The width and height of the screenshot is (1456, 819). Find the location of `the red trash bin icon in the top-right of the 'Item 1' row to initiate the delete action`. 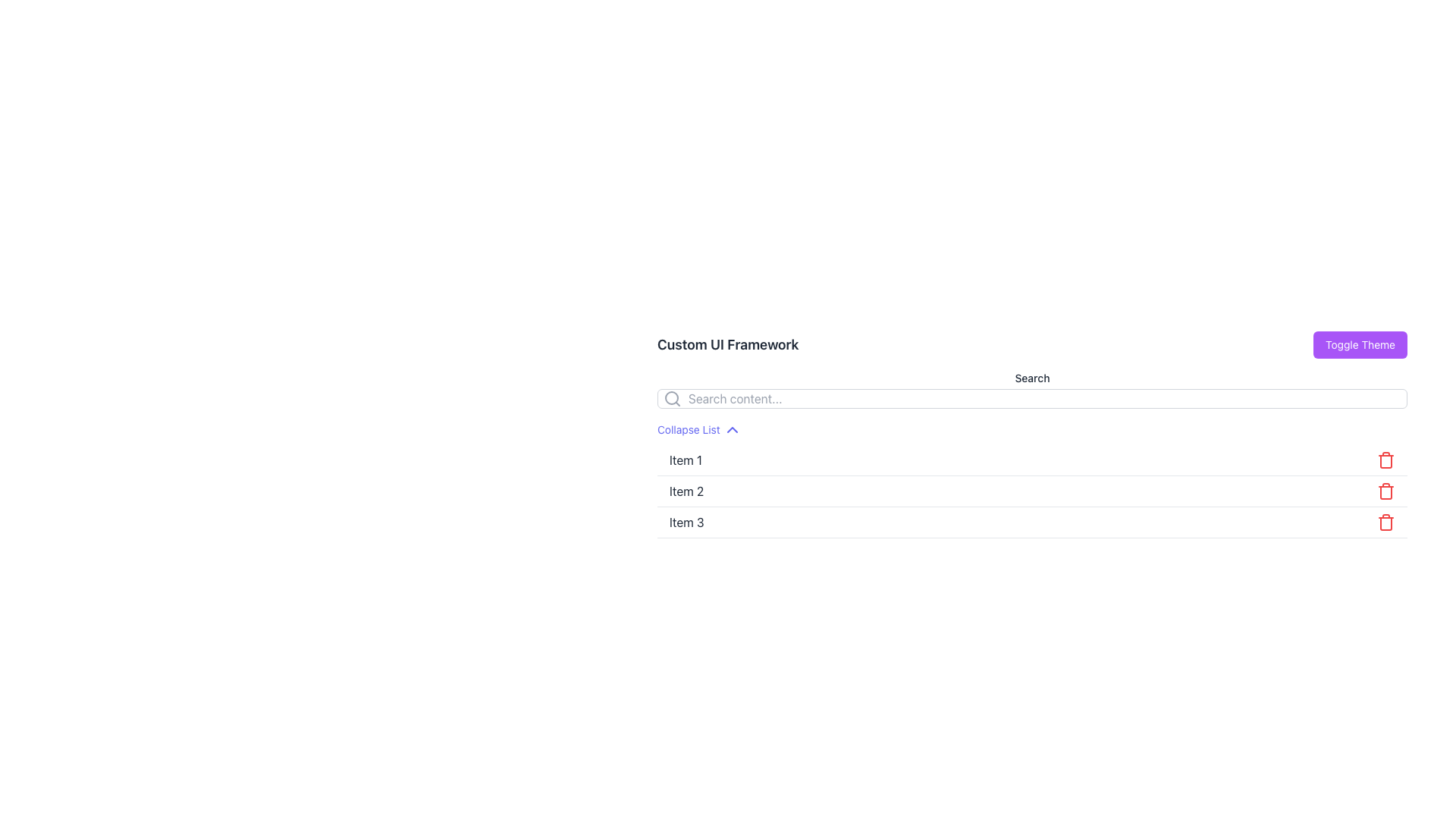

the red trash bin icon in the top-right of the 'Item 1' row to initiate the delete action is located at coordinates (1386, 459).